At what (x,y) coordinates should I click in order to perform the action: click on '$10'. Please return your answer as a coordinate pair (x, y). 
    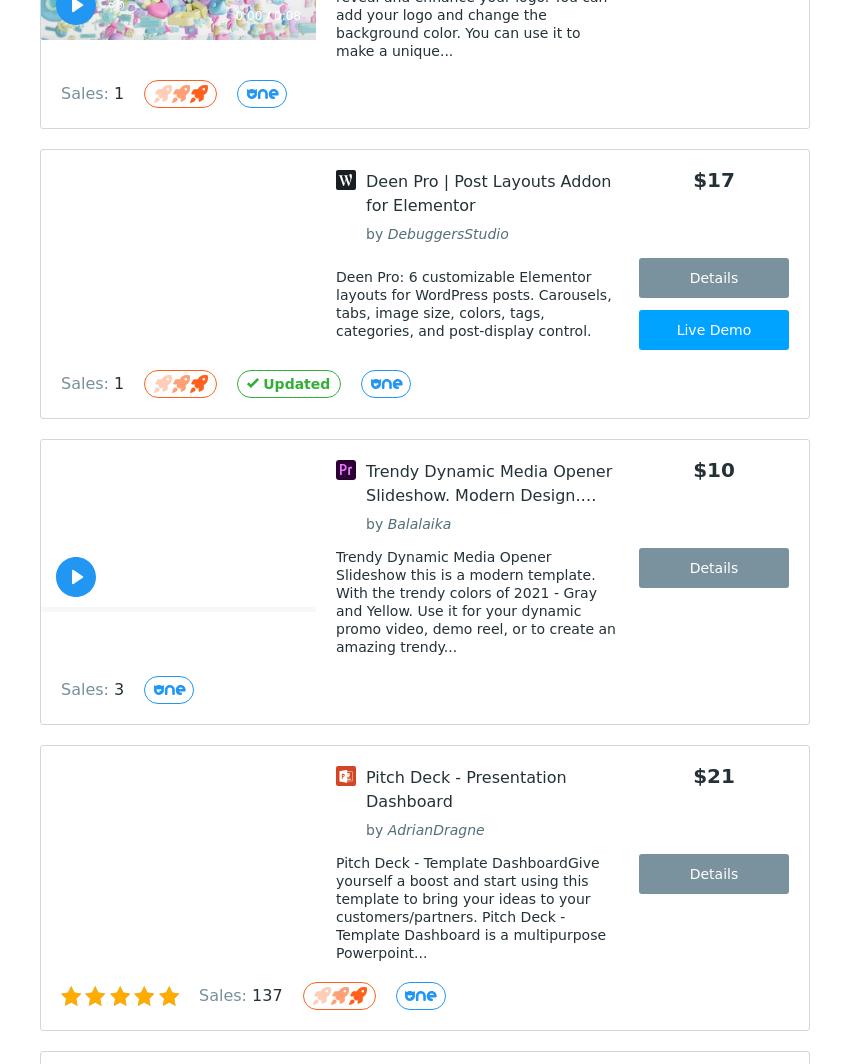
    Looking at the image, I should click on (712, 469).